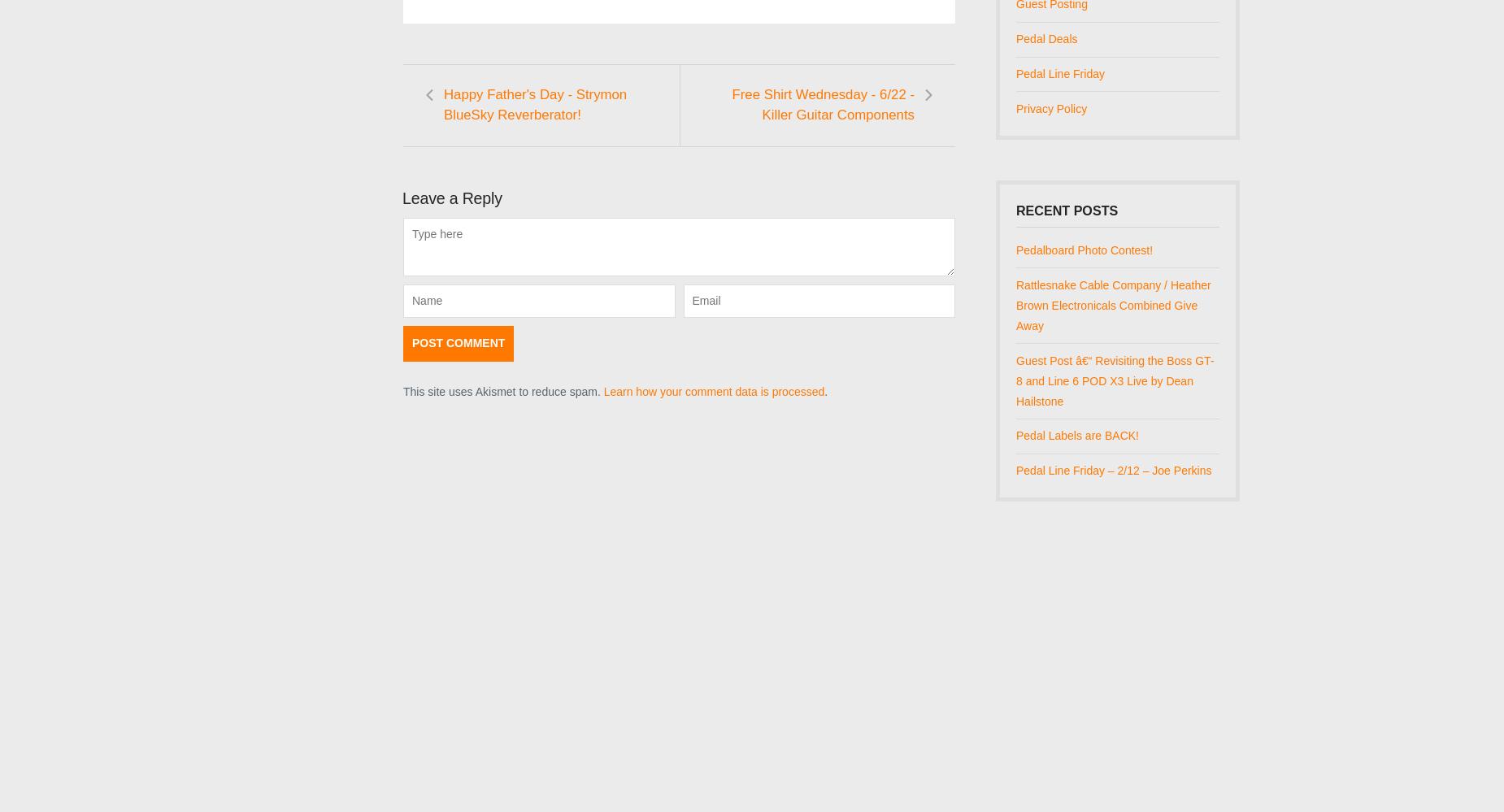  Describe the element at coordinates (1045, 38) in the screenshot. I see `'Pedal Deals'` at that location.